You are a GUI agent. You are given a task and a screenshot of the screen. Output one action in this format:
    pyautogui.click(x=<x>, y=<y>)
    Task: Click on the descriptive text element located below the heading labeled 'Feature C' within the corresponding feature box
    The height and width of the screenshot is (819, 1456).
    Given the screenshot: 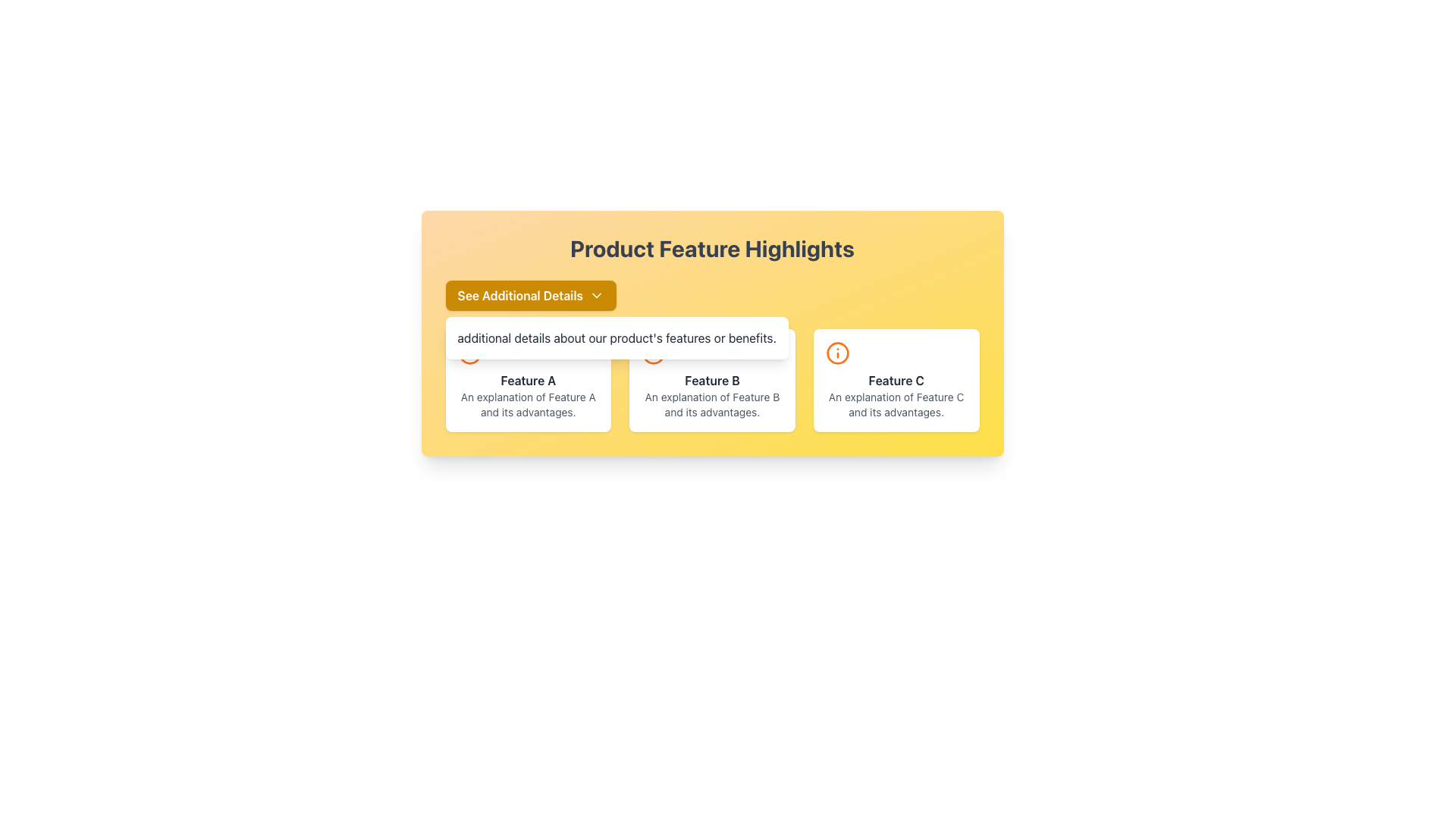 What is the action you would take?
    pyautogui.click(x=896, y=403)
    